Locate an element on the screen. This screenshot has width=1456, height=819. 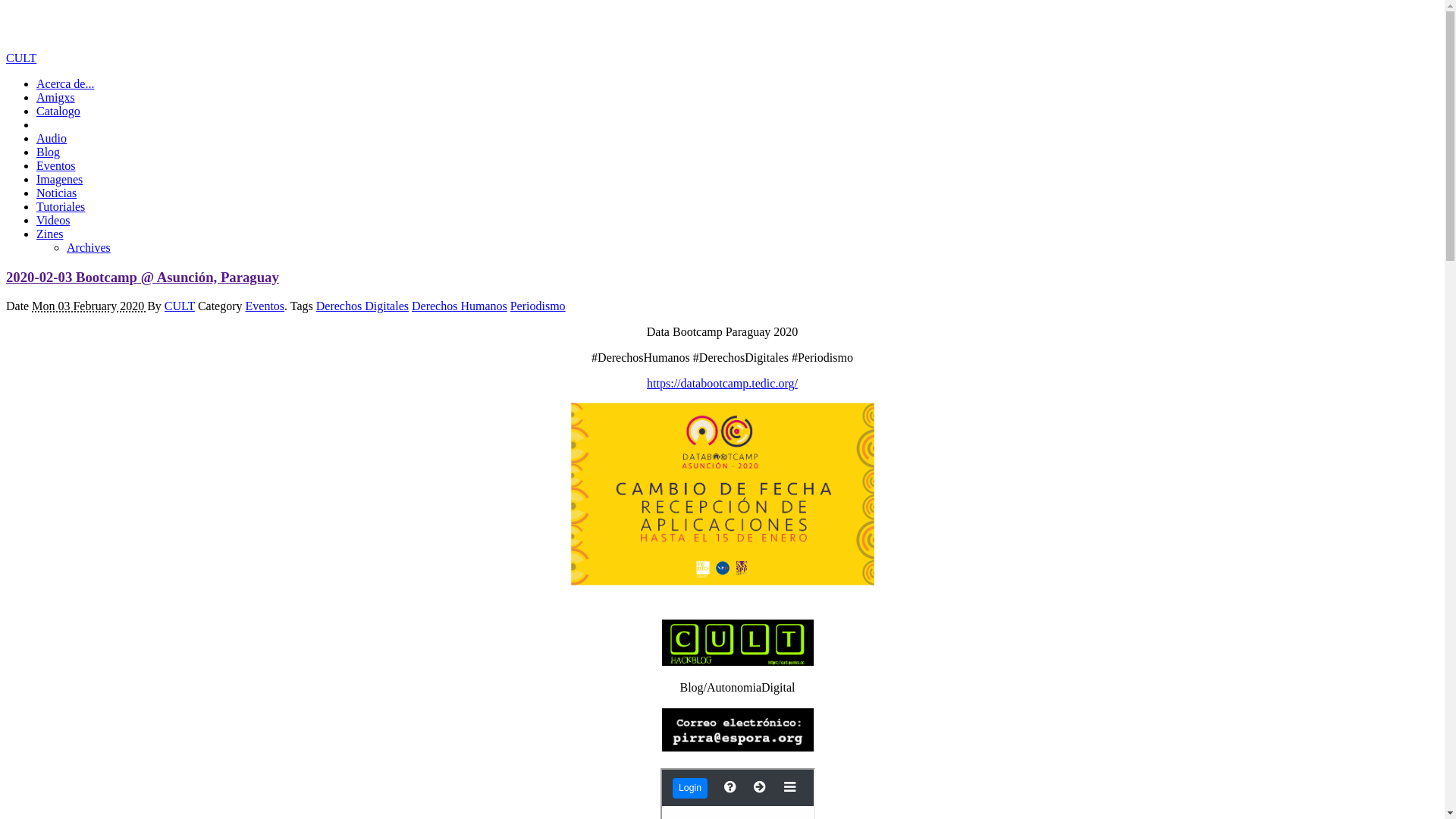
'Eventos' is located at coordinates (265, 306).